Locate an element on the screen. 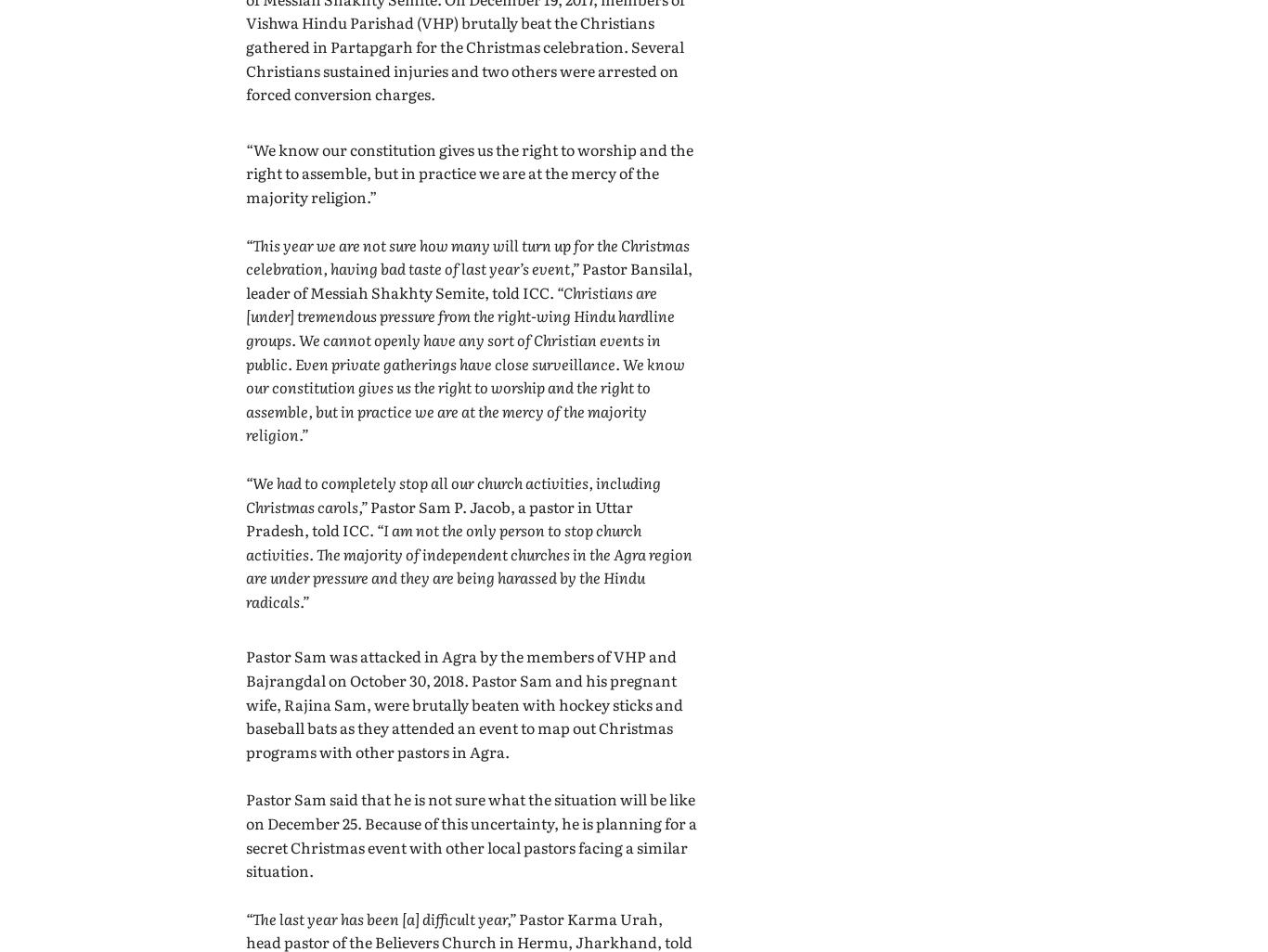 Image resolution: width=1268 pixels, height=952 pixels. 'Pastor Sam said that he is not sure what the situation will be like on December 25. Because of this uncertainty, he is planning for a secret Christmas event with other local pastors facing a similar situation.' is located at coordinates (472, 833).